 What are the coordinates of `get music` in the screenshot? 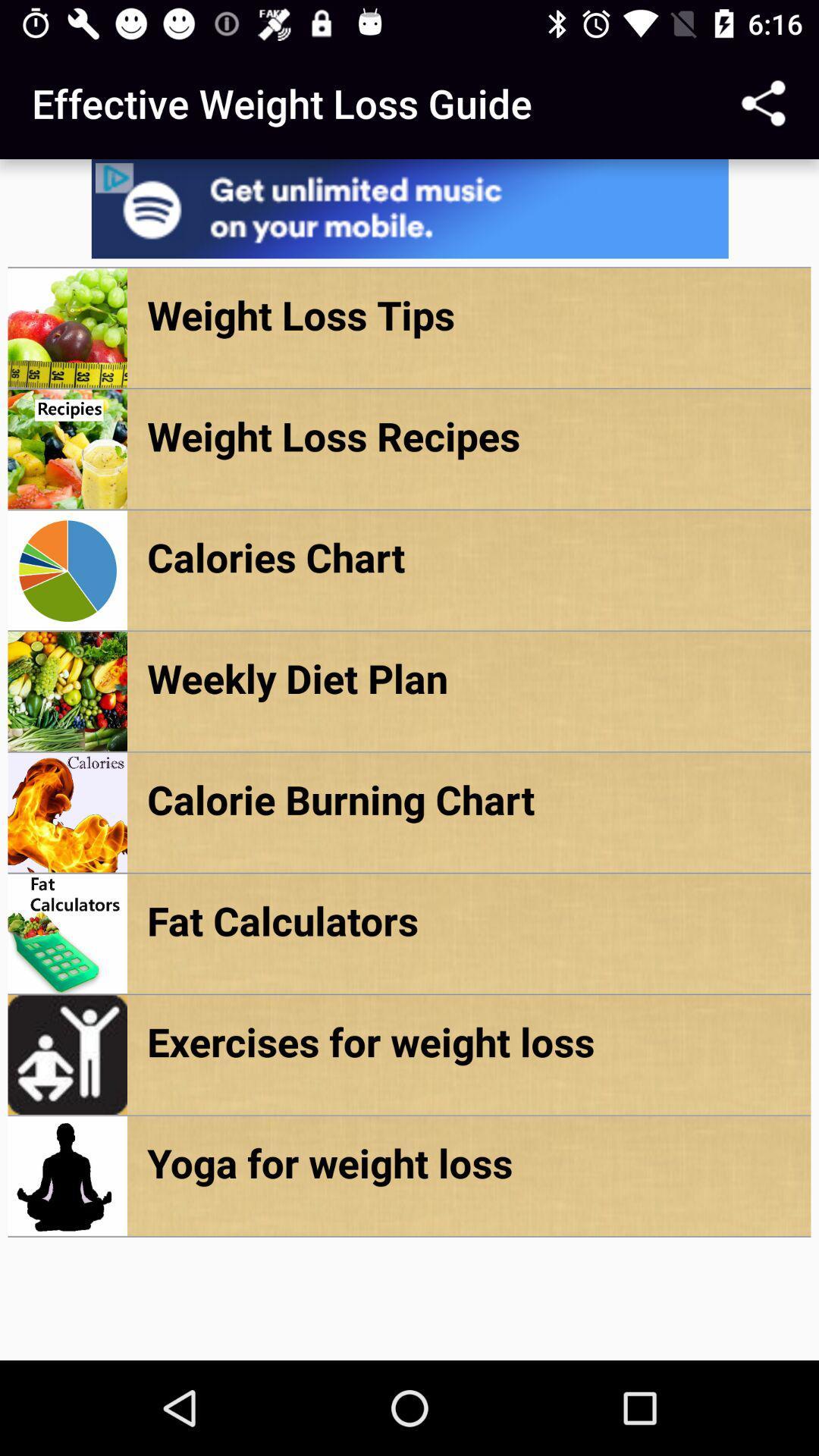 It's located at (409, 208).